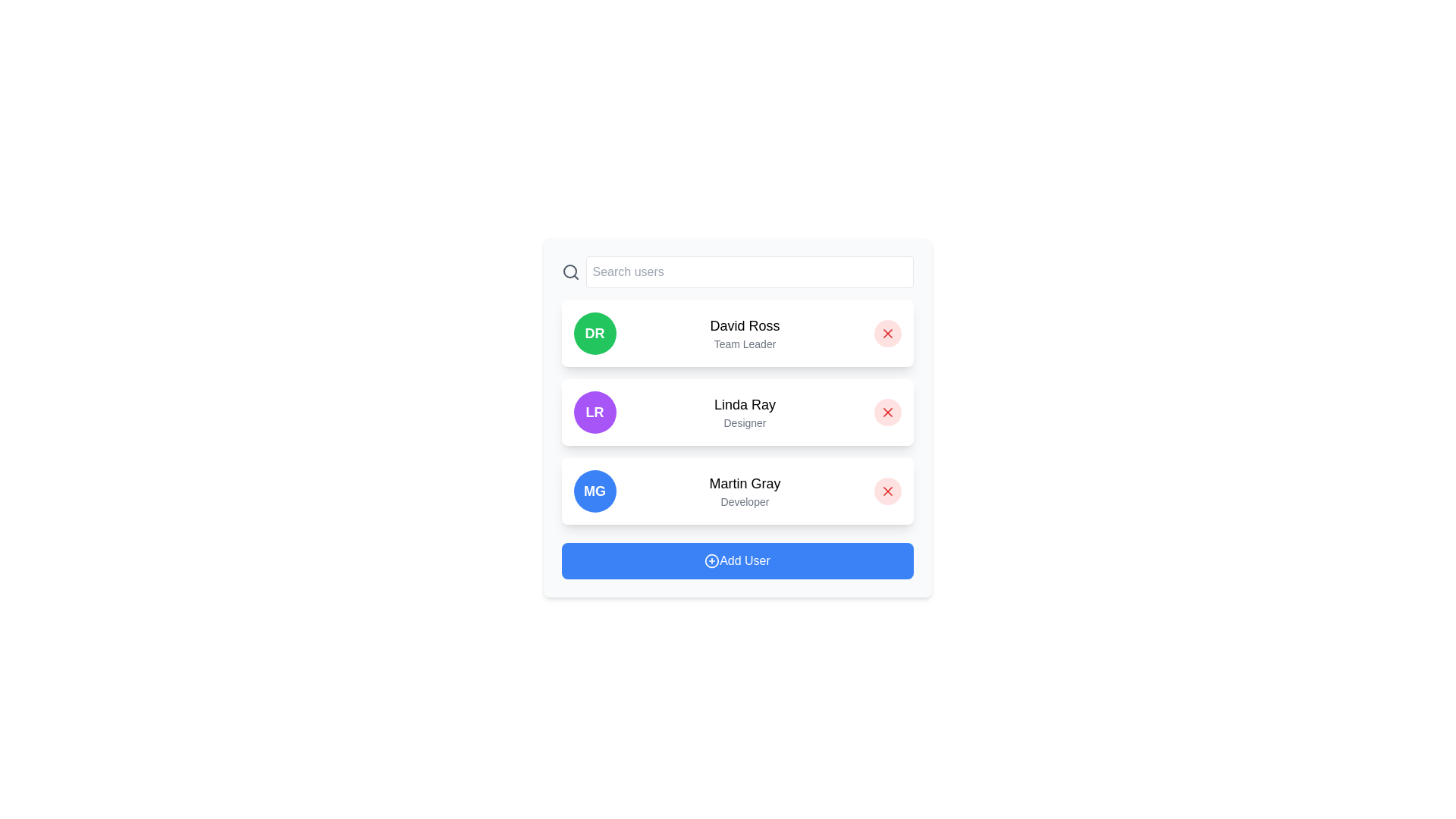  I want to click on the descriptive text label for the role of 'Martin Gray' located below the name within the third user card in the vertical user list, so click(745, 502).